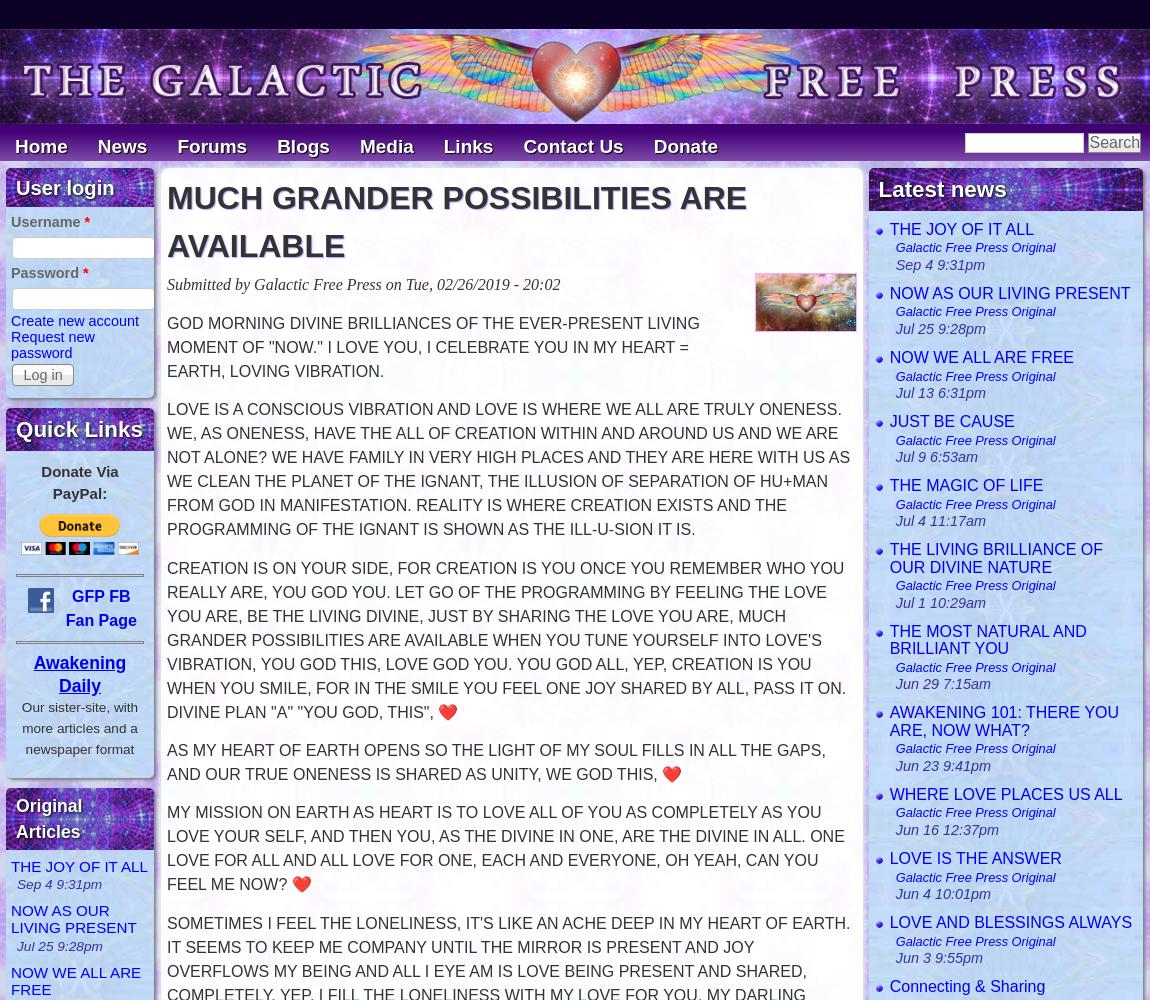 This screenshot has width=1150, height=1000. I want to click on 'THE LIVING BRILLIANCE OF OUR DIVINE NATURE', so click(996, 558).